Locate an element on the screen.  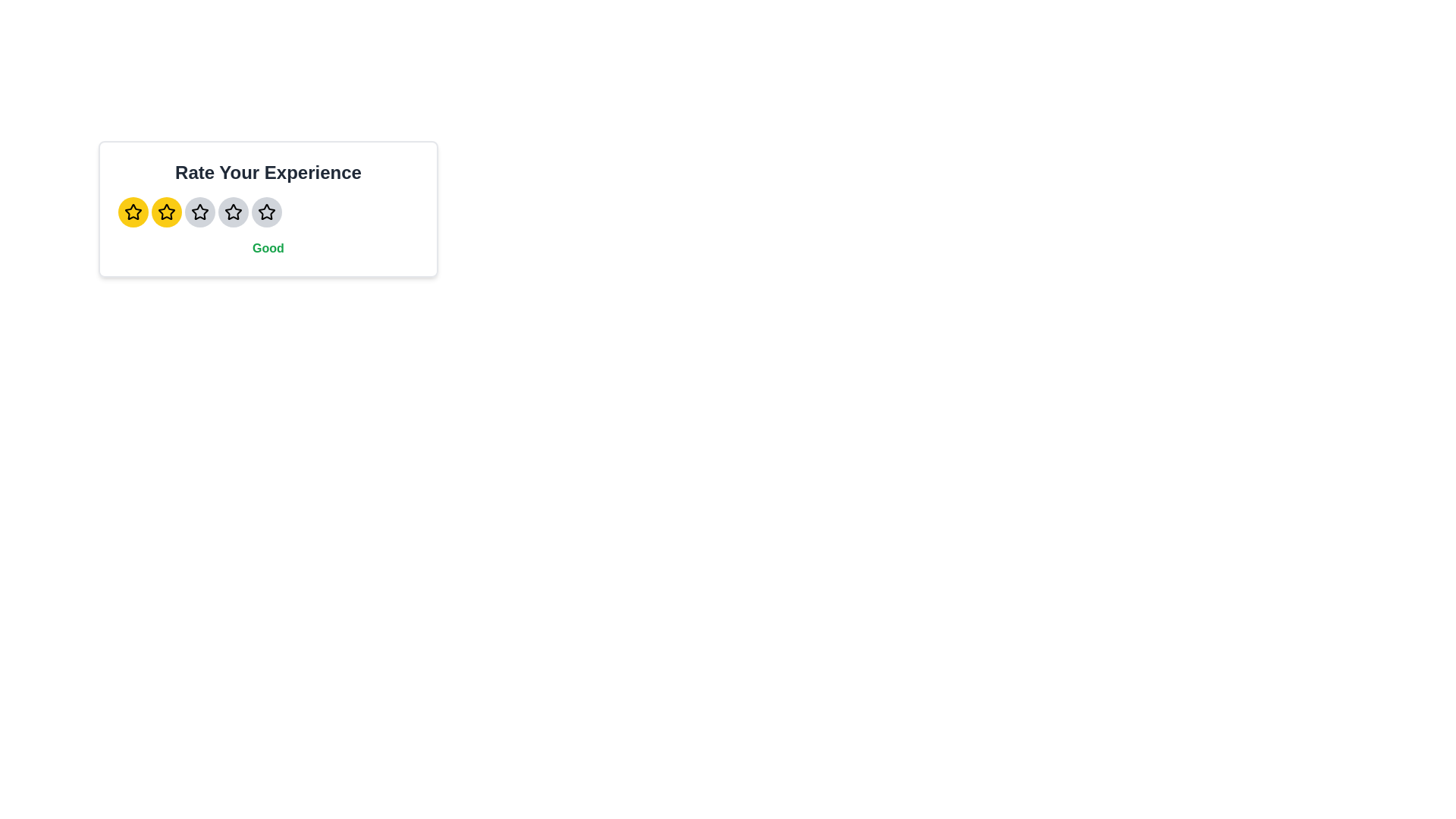
the circular gray button with a black outlined star icon is located at coordinates (266, 212).